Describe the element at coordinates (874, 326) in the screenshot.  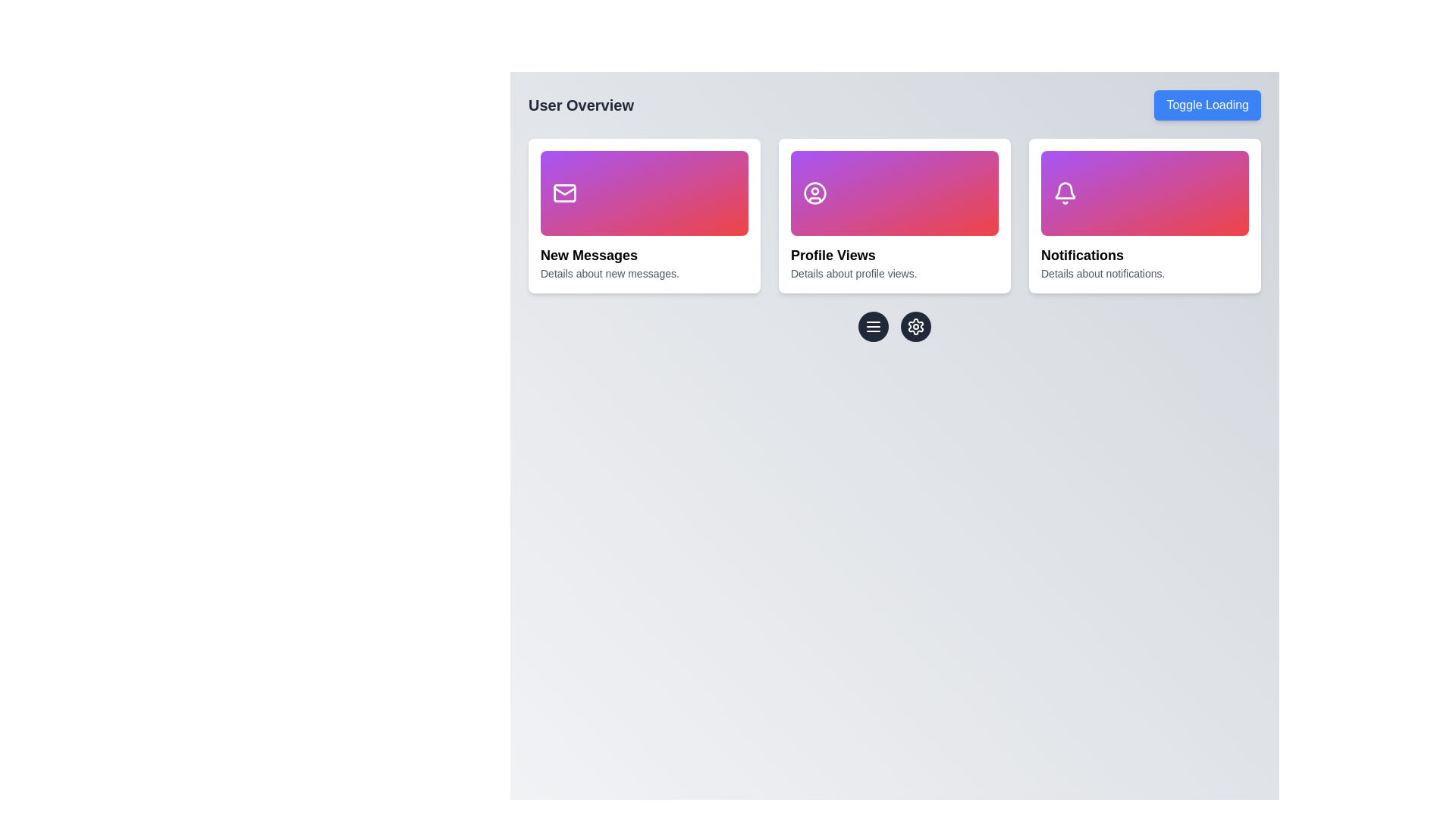
I see `the circular button with a dark gray background and white horizontal lines resembling a menu icon` at that location.